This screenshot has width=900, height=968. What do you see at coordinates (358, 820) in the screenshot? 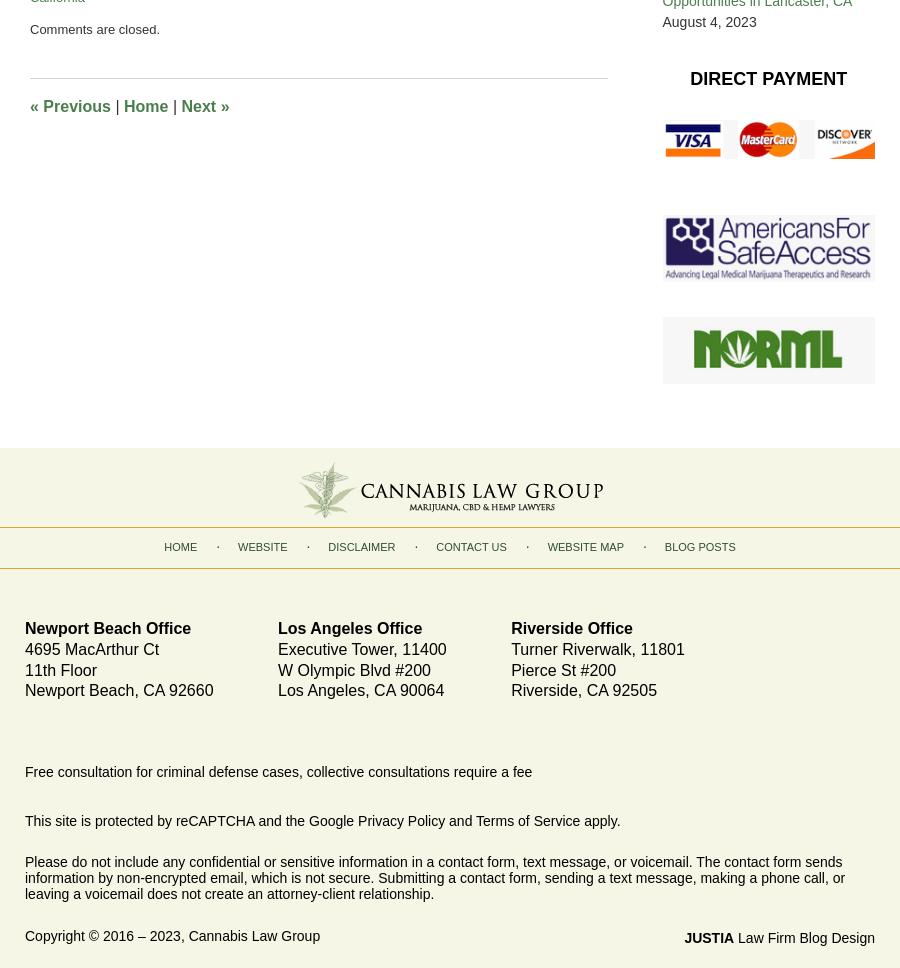
I see `'Privacy Policy'` at bounding box center [358, 820].